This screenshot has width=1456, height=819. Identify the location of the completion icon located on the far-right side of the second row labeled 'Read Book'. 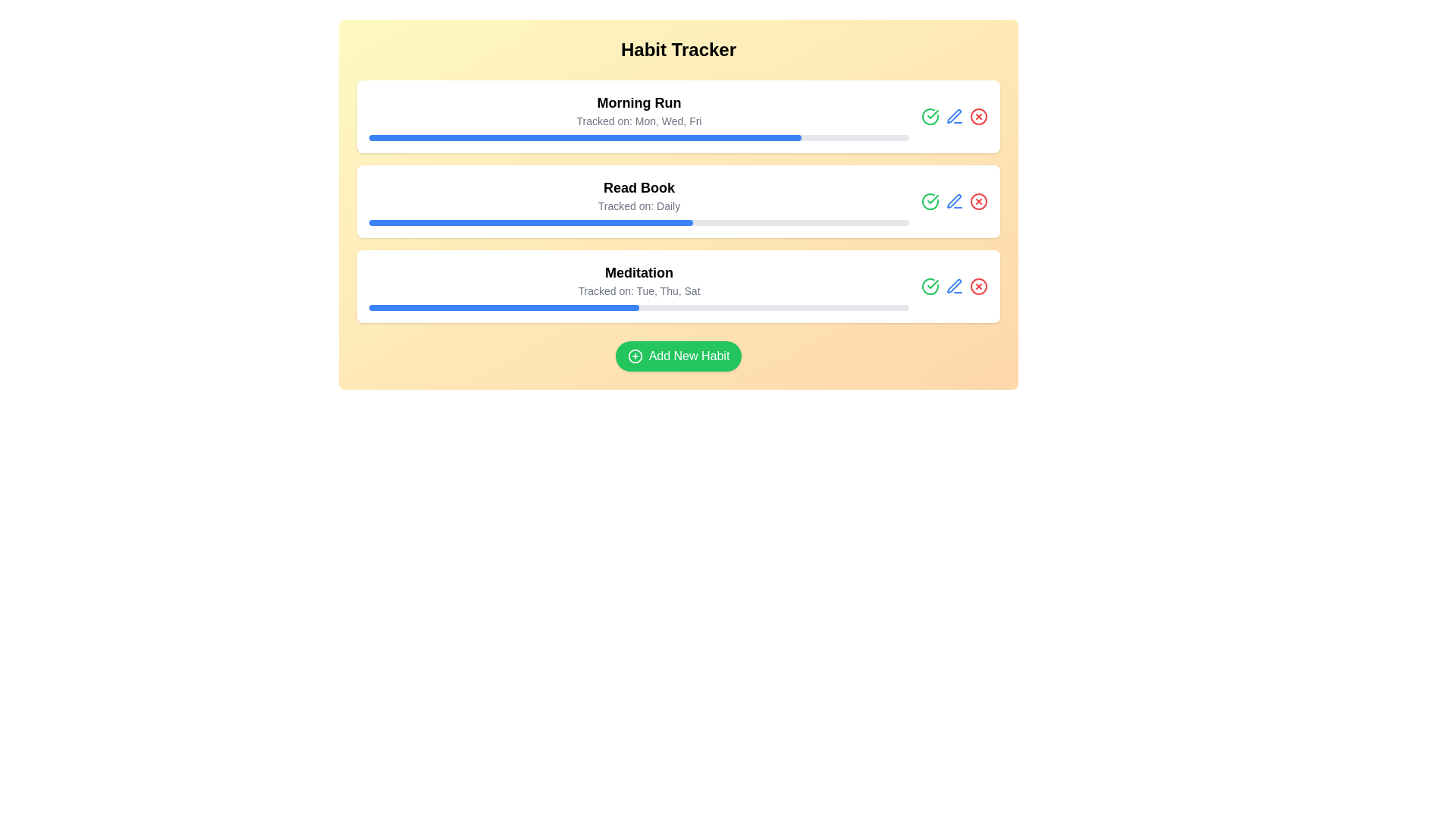
(932, 198).